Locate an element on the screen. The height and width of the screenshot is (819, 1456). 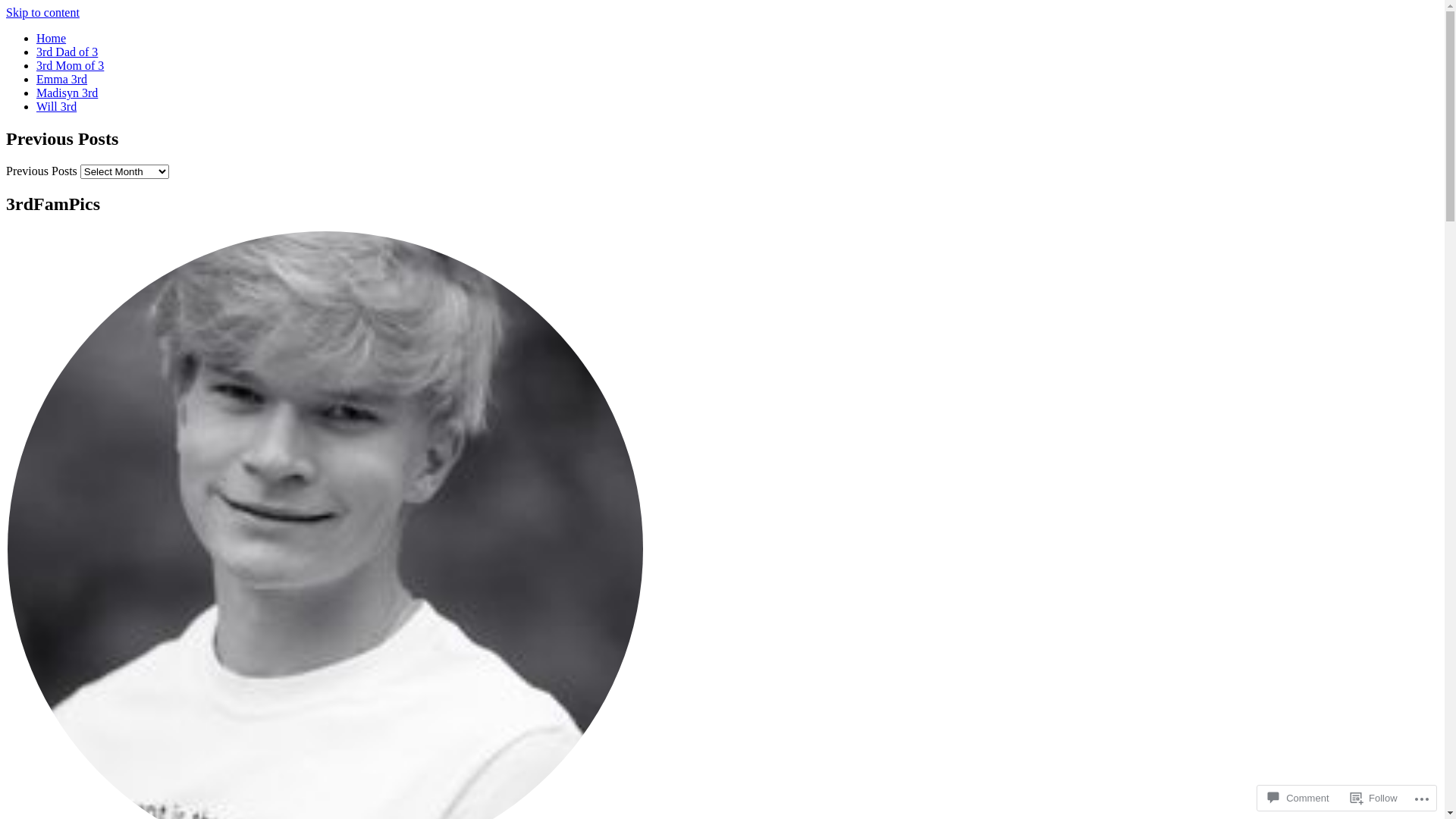
'Comment' is located at coordinates (1298, 797).